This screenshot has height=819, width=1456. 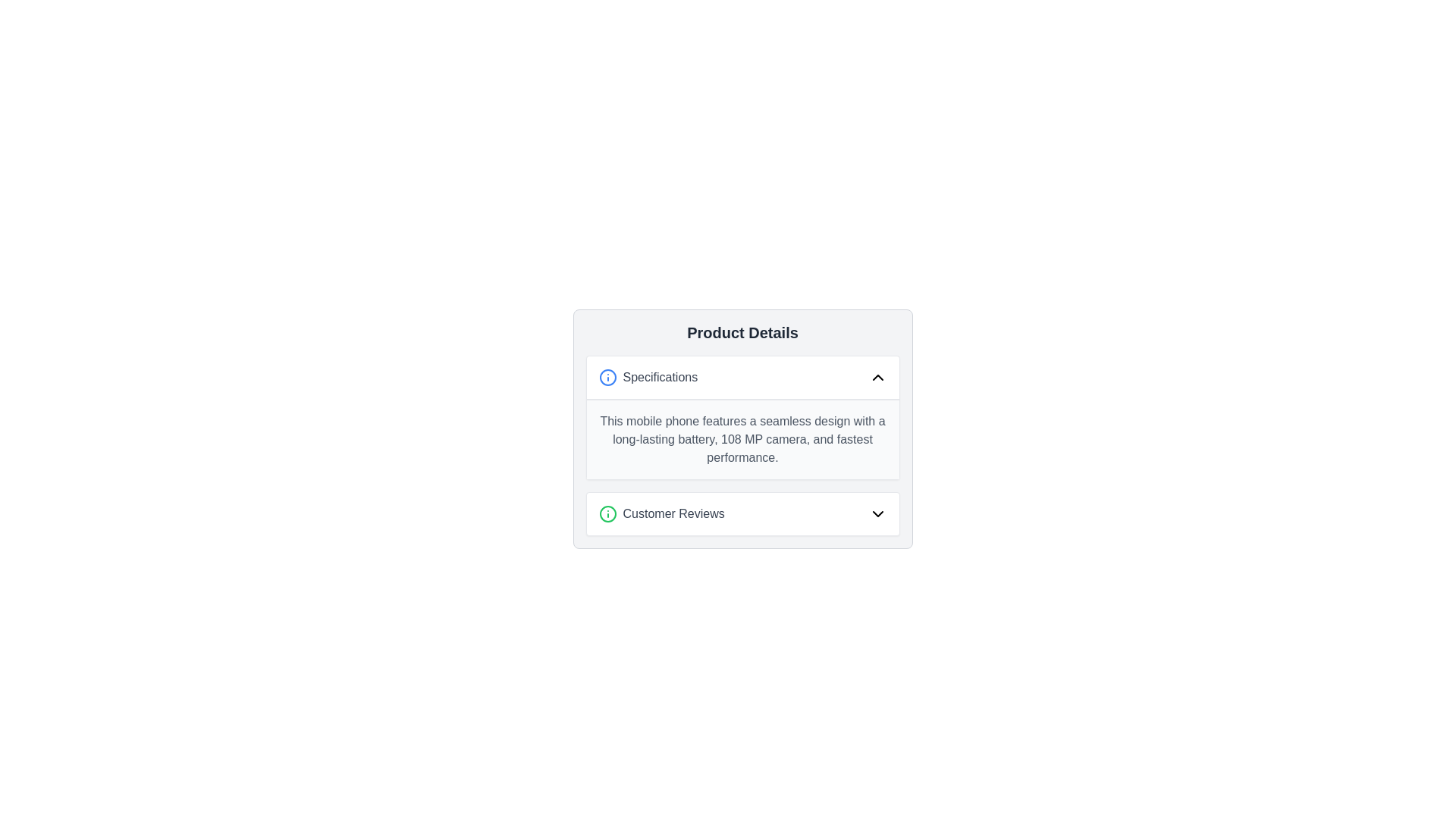 I want to click on the 'Customer Reviews' text label, which is styled with a gray medium-weight font and is located in the bottom section of the 'Product Details' group, adjacent to an information icon, so click(x=673, y=513).